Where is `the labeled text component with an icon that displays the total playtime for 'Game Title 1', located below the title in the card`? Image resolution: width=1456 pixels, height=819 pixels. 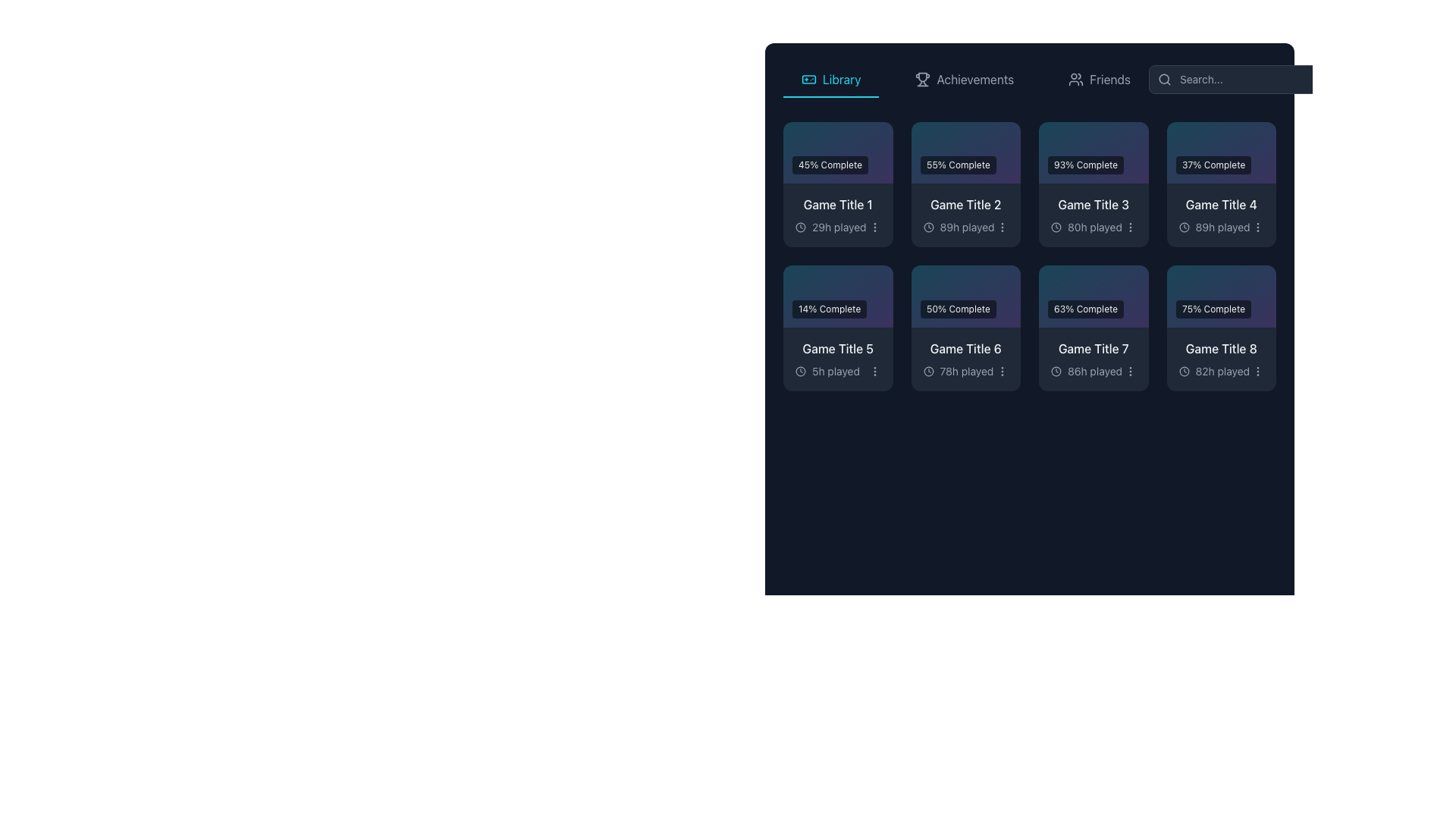 the labeled text component with an icon that displays the total playtime for 'Game Title 1', located below the title in the card is located at coordinates (830, 227).